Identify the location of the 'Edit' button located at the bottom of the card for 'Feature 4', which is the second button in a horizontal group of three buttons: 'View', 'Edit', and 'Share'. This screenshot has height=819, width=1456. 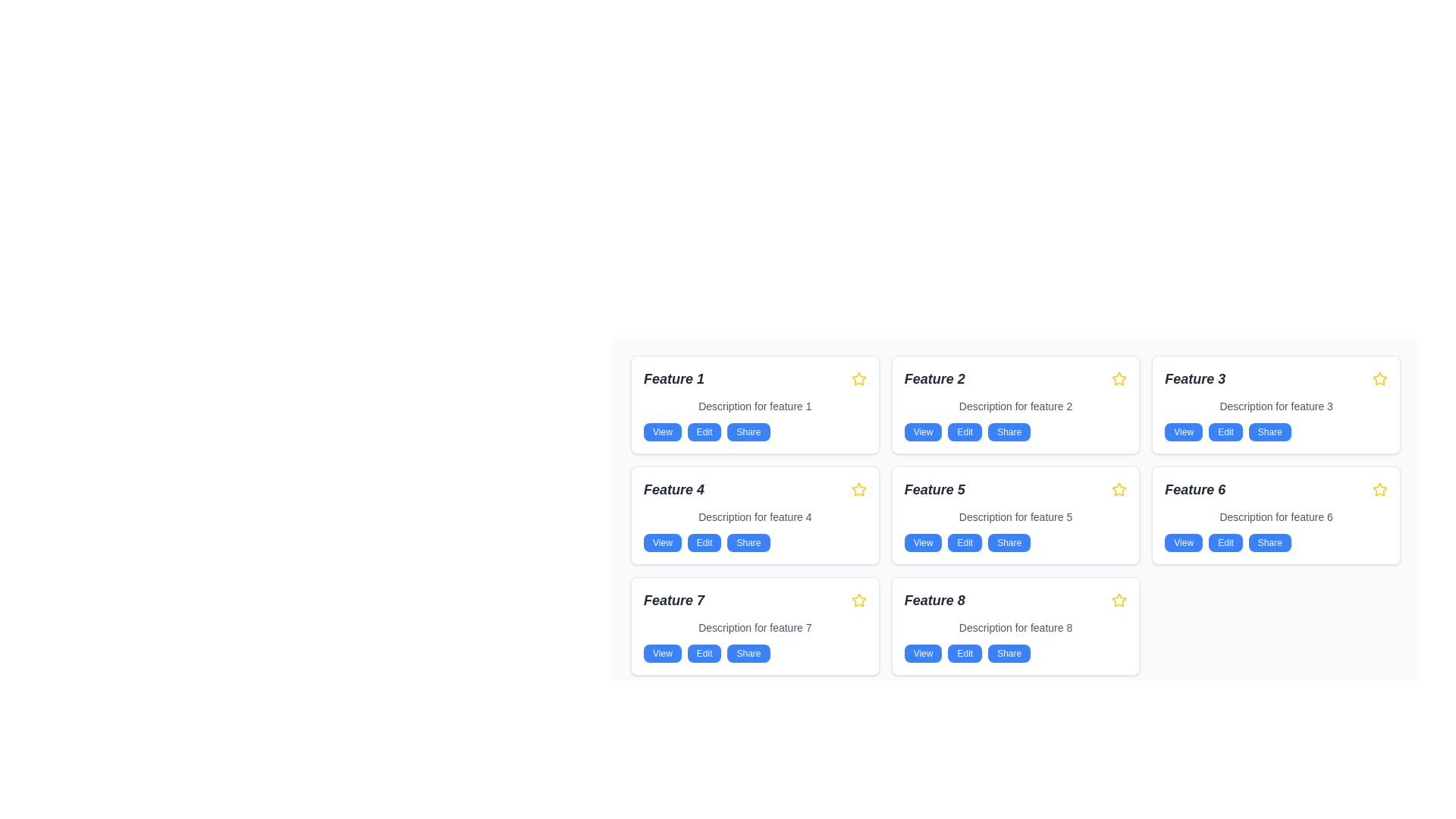
(704, 542).